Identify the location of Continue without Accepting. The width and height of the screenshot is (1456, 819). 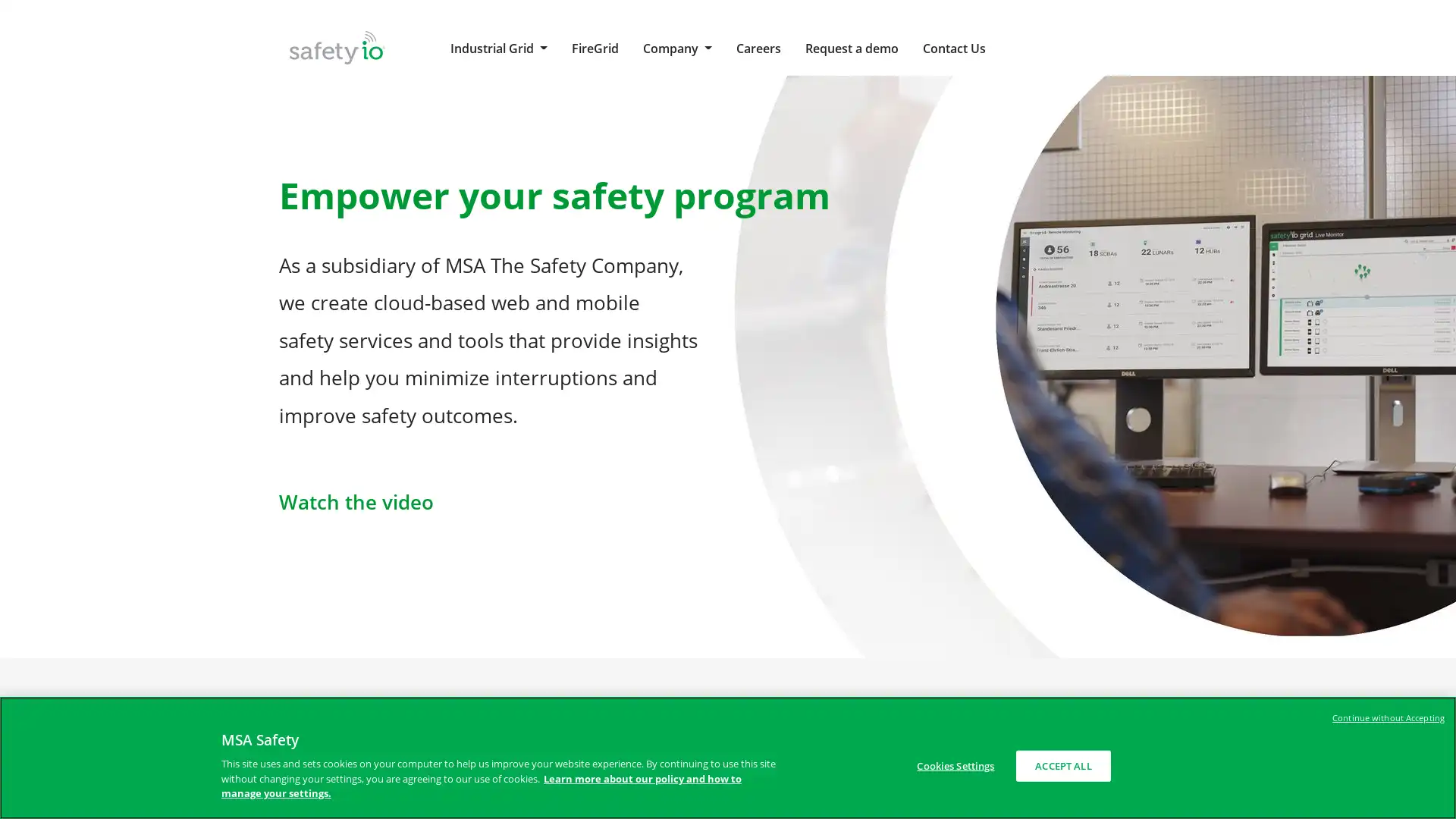
(1388, 717).